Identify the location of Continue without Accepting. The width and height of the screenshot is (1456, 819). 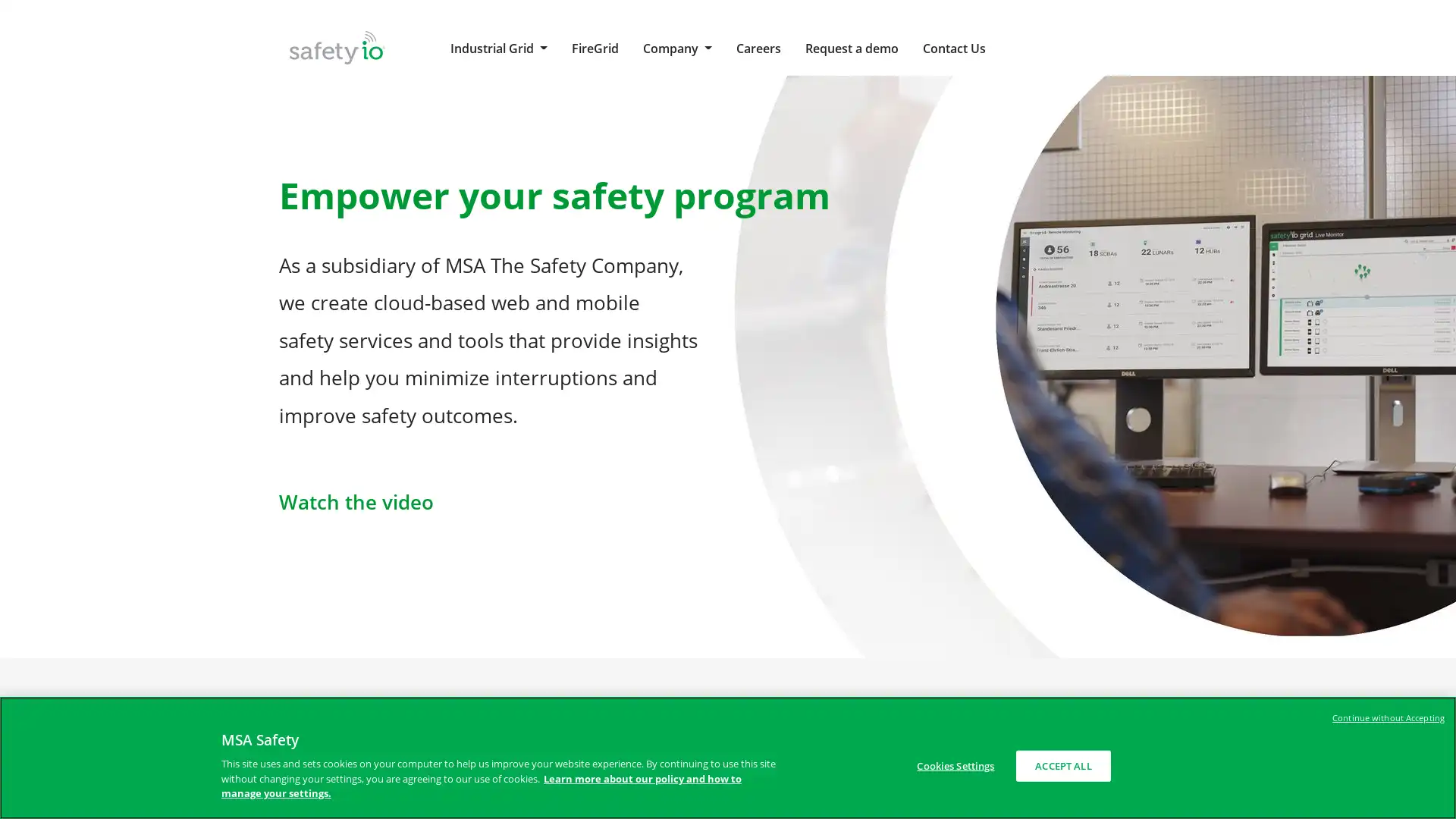
(1388, 717).